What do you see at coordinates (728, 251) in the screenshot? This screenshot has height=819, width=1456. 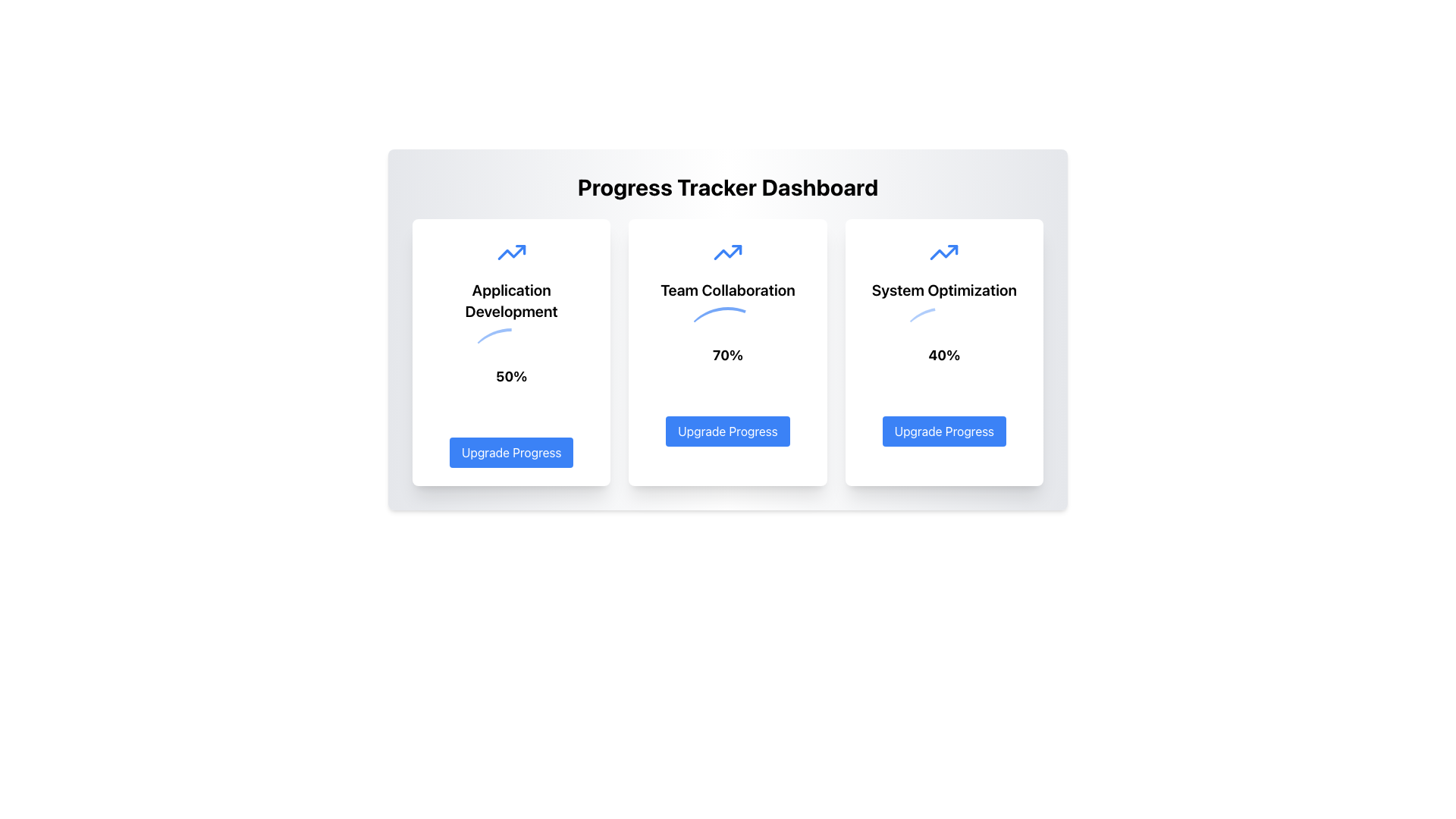 I see `the upward trending blue arrow icon located above the 'Team Collaboration' text and to the left of the '70%' circular display in the central card` at bounding box center [728, 251].